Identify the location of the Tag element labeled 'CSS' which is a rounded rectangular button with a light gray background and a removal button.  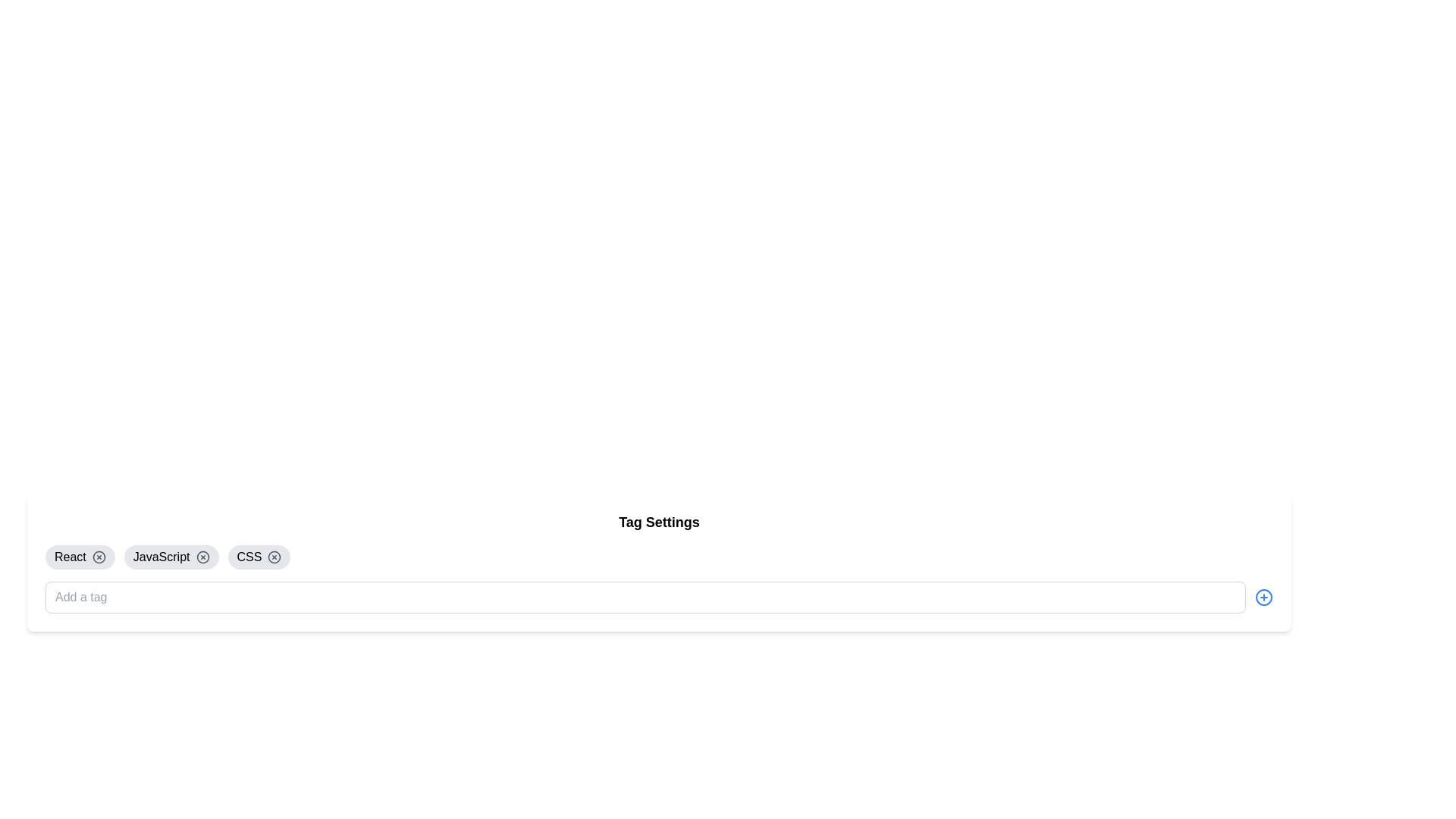
(259, 557).